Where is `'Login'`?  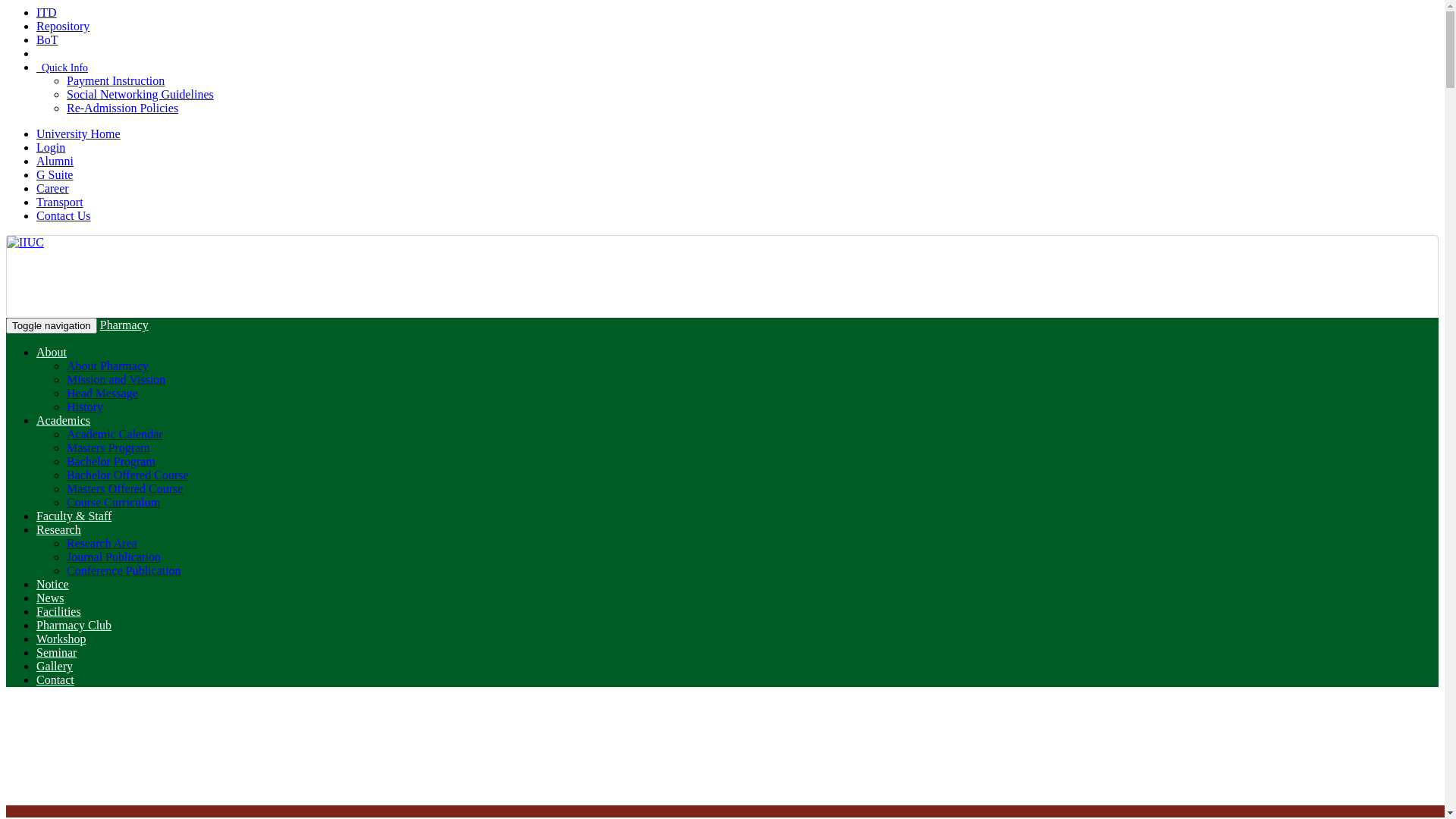
'Login' is located at coordinates (51, 147).